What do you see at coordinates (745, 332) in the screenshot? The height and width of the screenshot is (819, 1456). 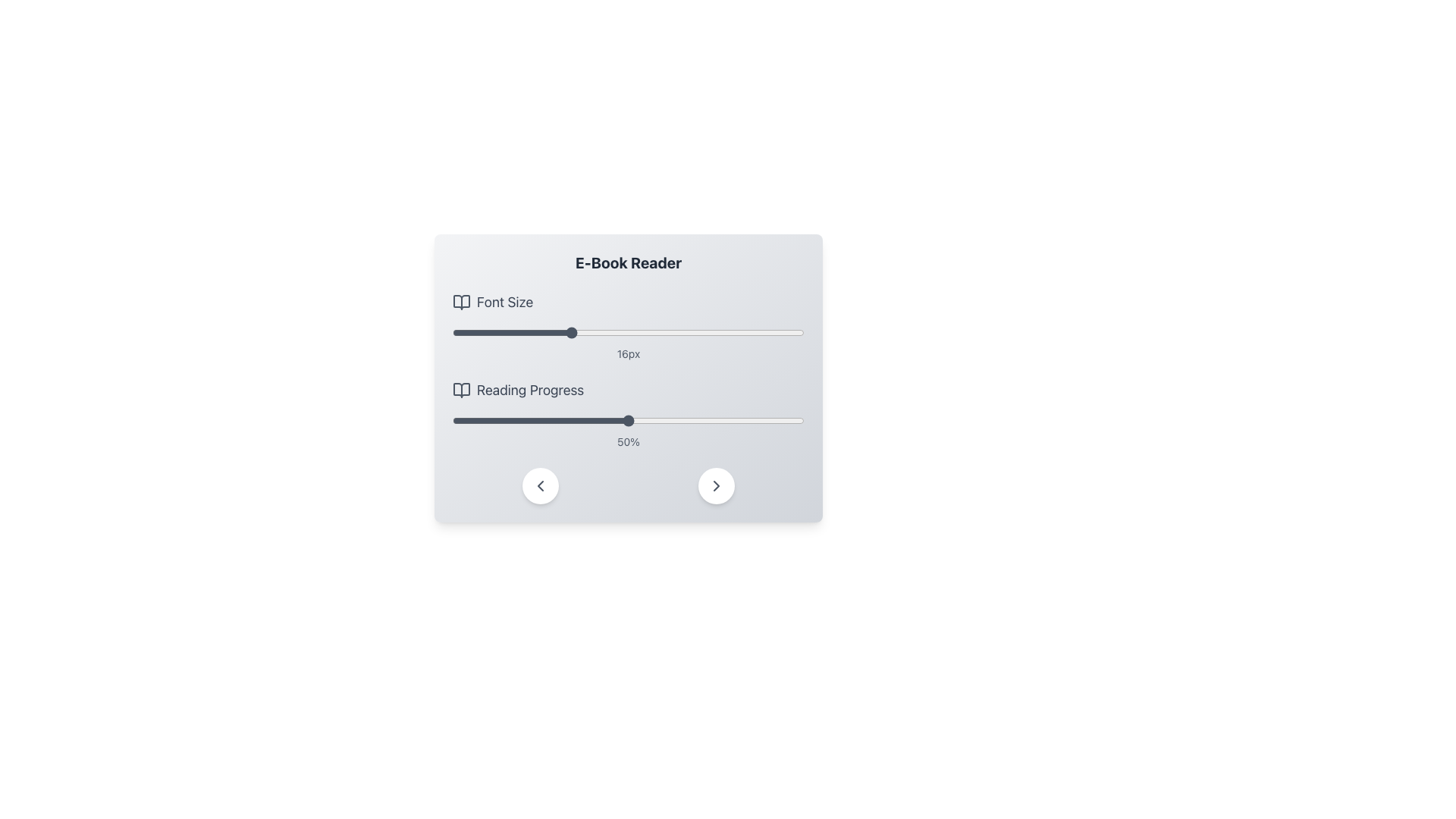 I see `the font size` at bounding box center [745, 332].